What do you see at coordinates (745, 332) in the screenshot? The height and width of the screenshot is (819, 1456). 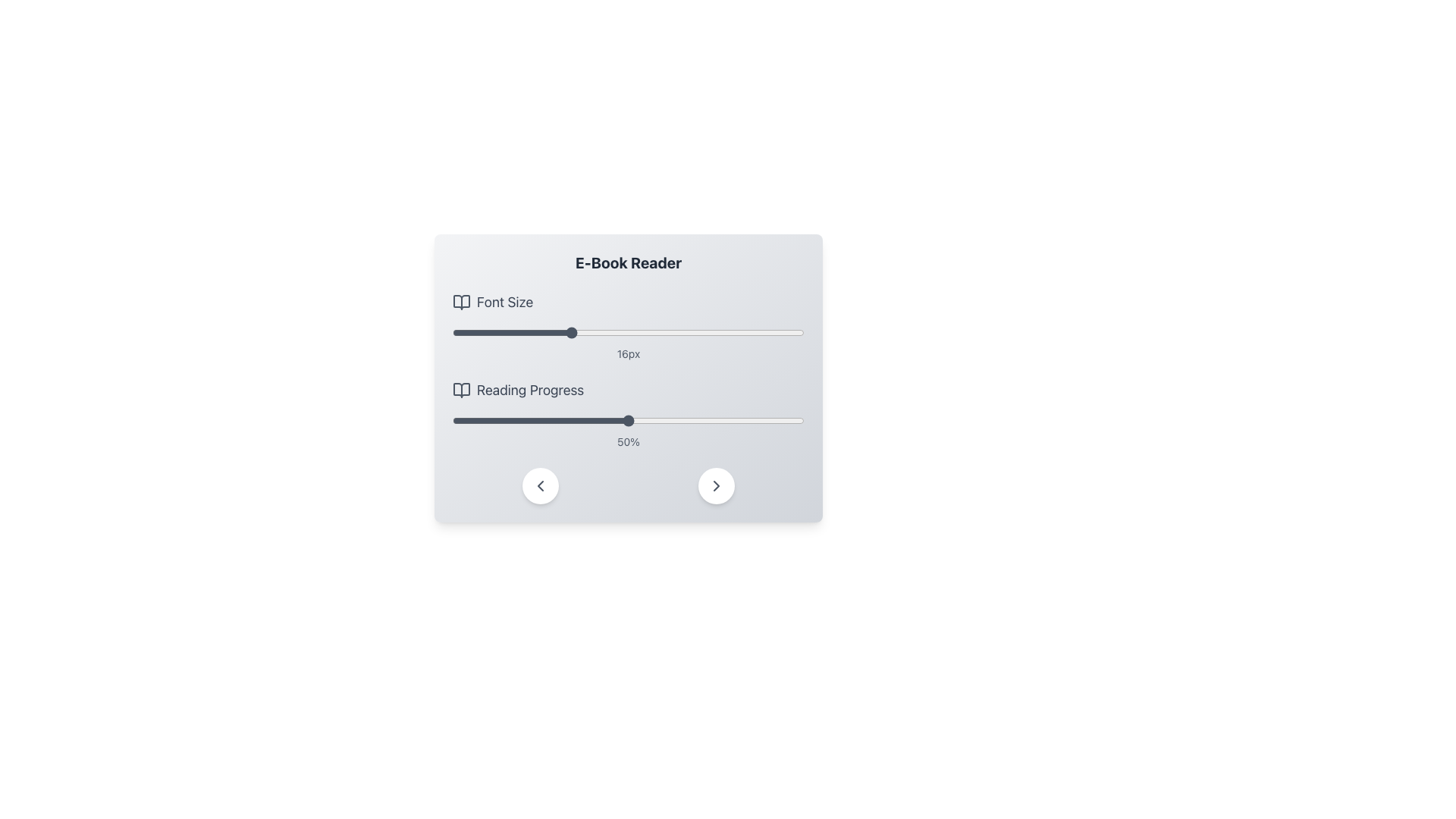 I see `the font size` at bounding box center [745, 332].